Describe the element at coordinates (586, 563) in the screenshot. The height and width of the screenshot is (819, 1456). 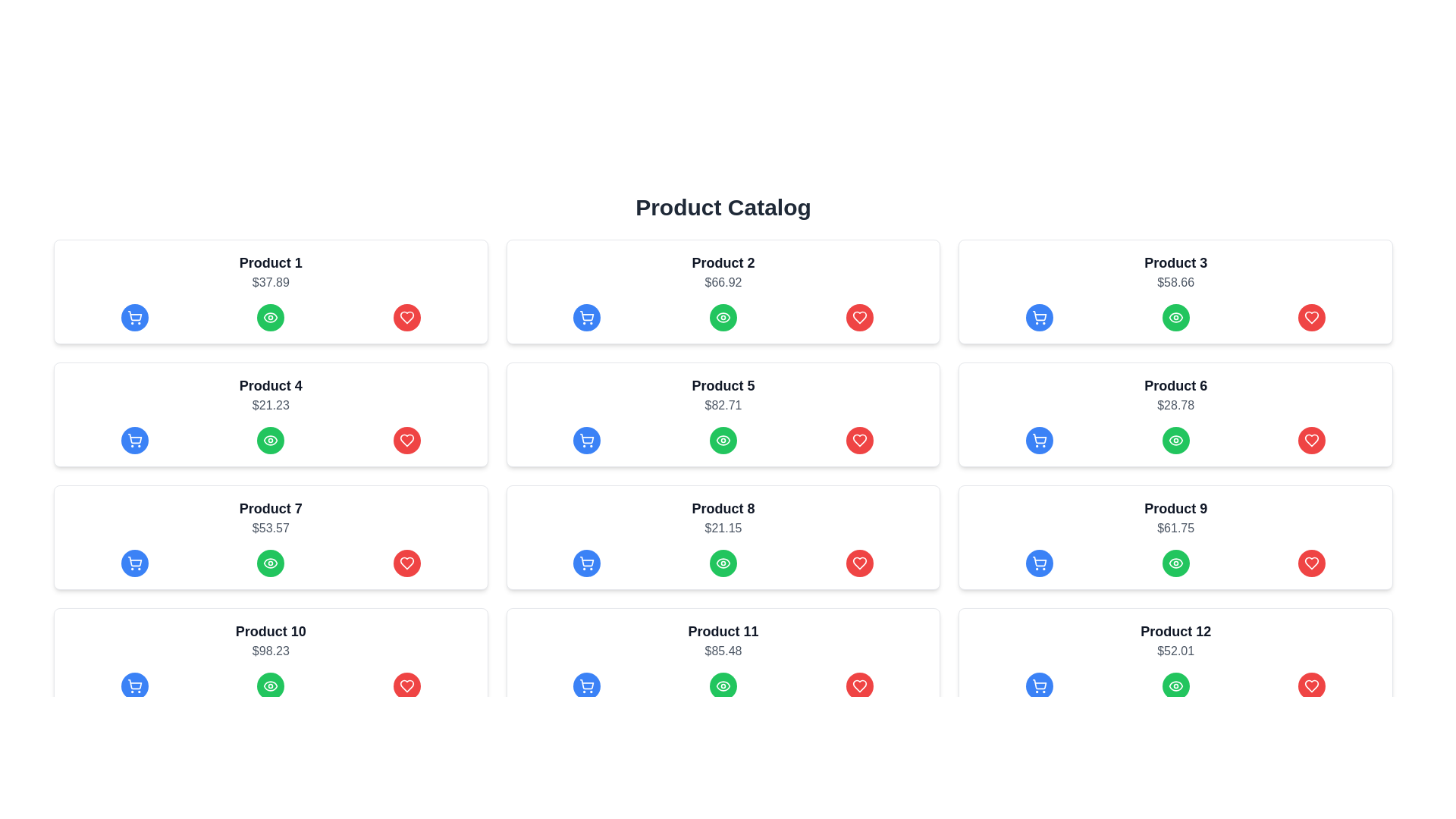
I see `the blue circular button with a shopping cart icon` at that location.